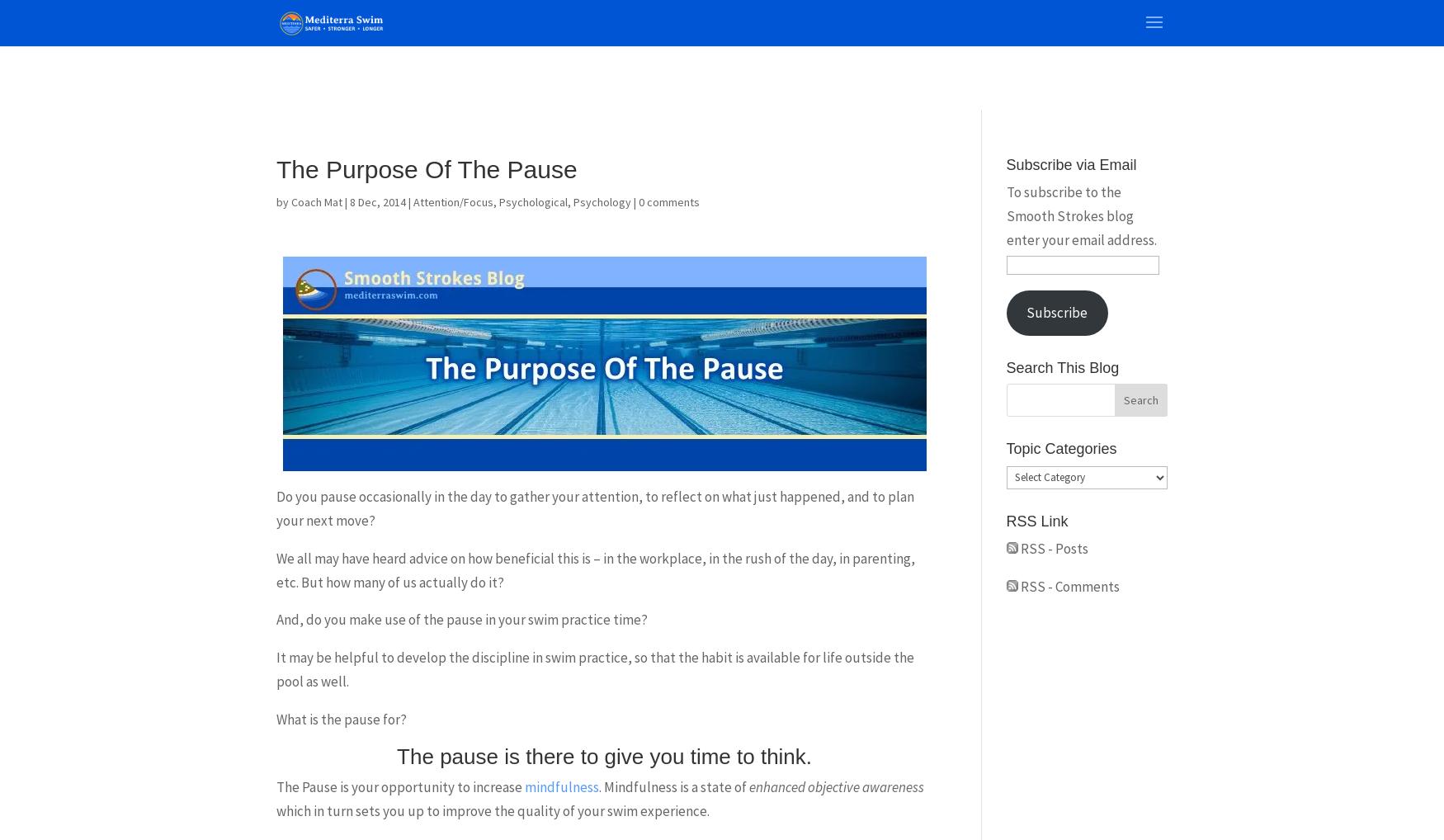  Describe the element at coordinates (532, 201) in the screenshot. I see `'Psychological'` at that location.